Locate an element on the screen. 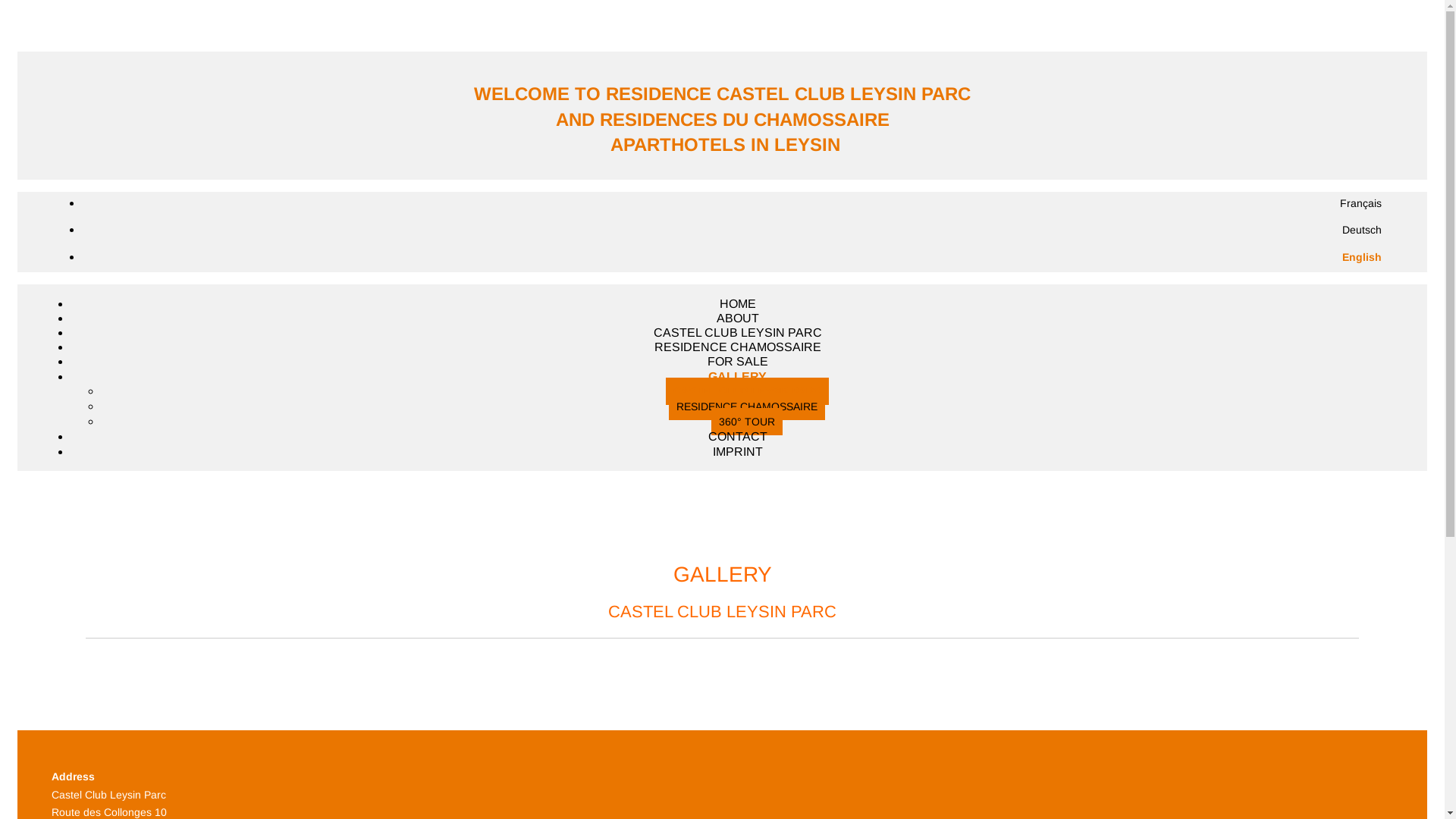 Image resolution: width=1456 pixels, height=819 pixels. 'HOME' is located at coordinates (737, 303).